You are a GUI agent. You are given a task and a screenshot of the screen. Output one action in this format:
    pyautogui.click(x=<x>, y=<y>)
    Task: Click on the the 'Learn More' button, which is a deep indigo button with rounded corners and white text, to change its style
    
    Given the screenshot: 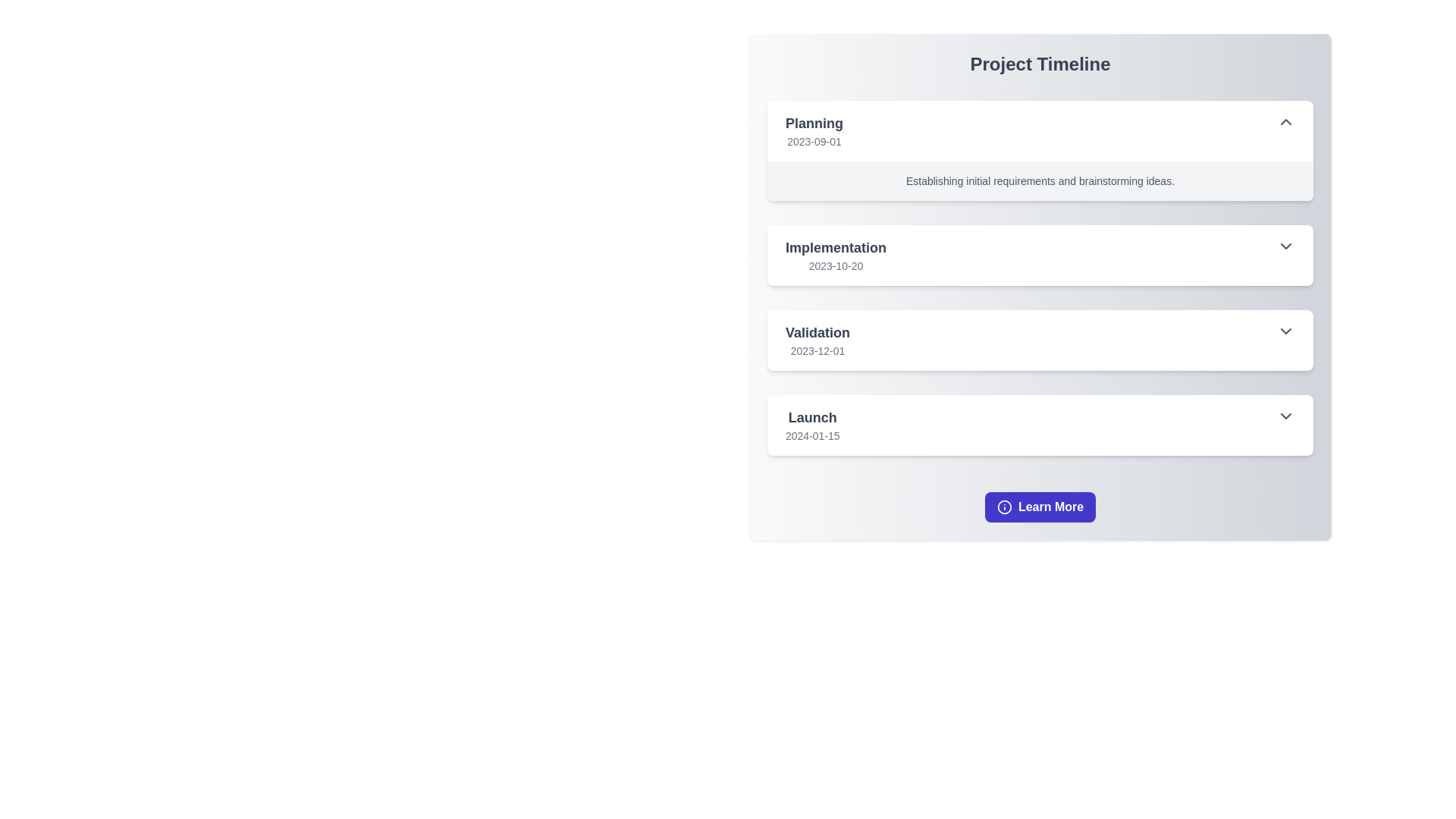 What is the action you would take?
    pyautogui.click(x=1040, y=507)
    